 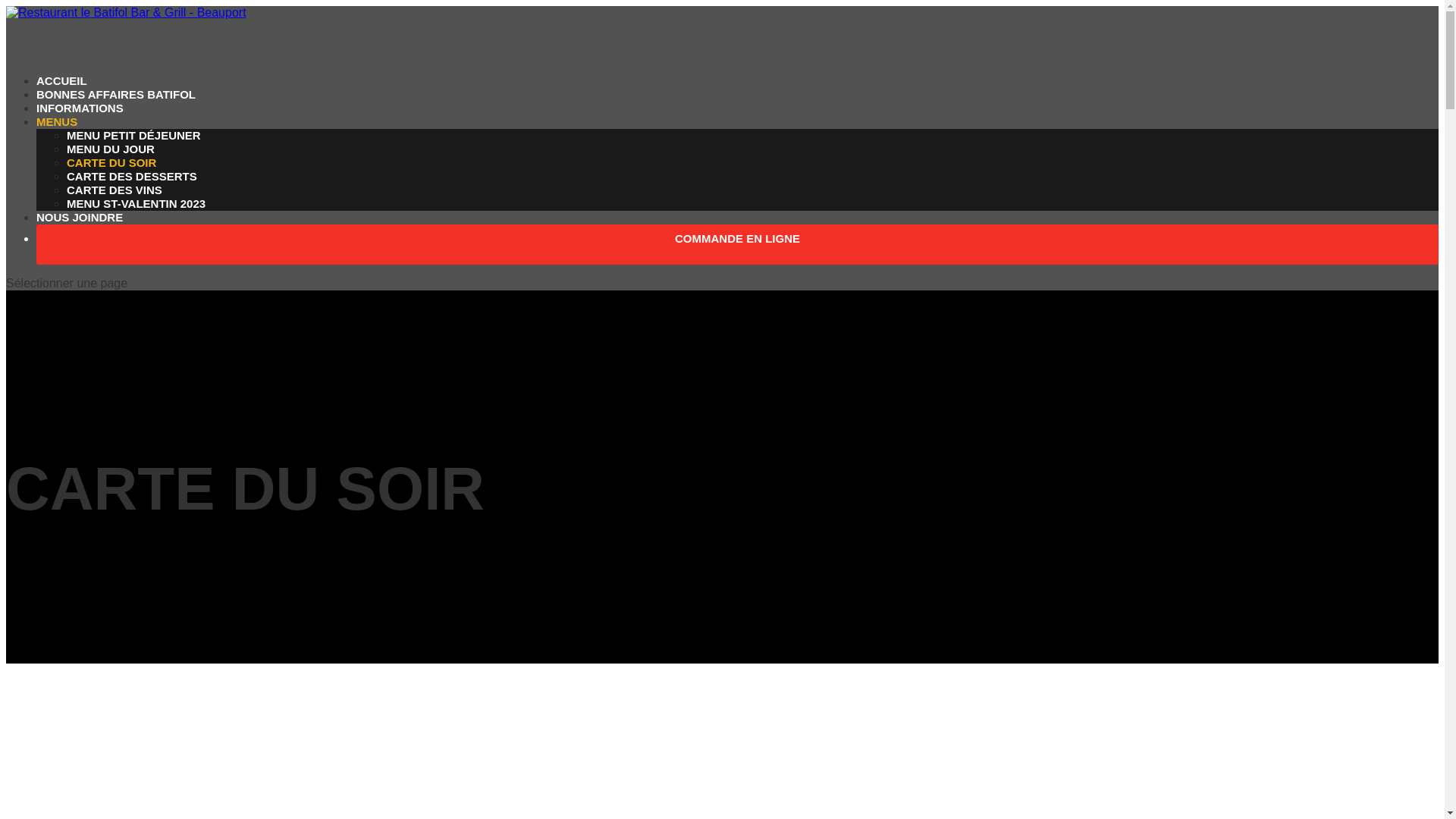 I want to click on 'MENU DU JOUR', so click(x=109, y=149).